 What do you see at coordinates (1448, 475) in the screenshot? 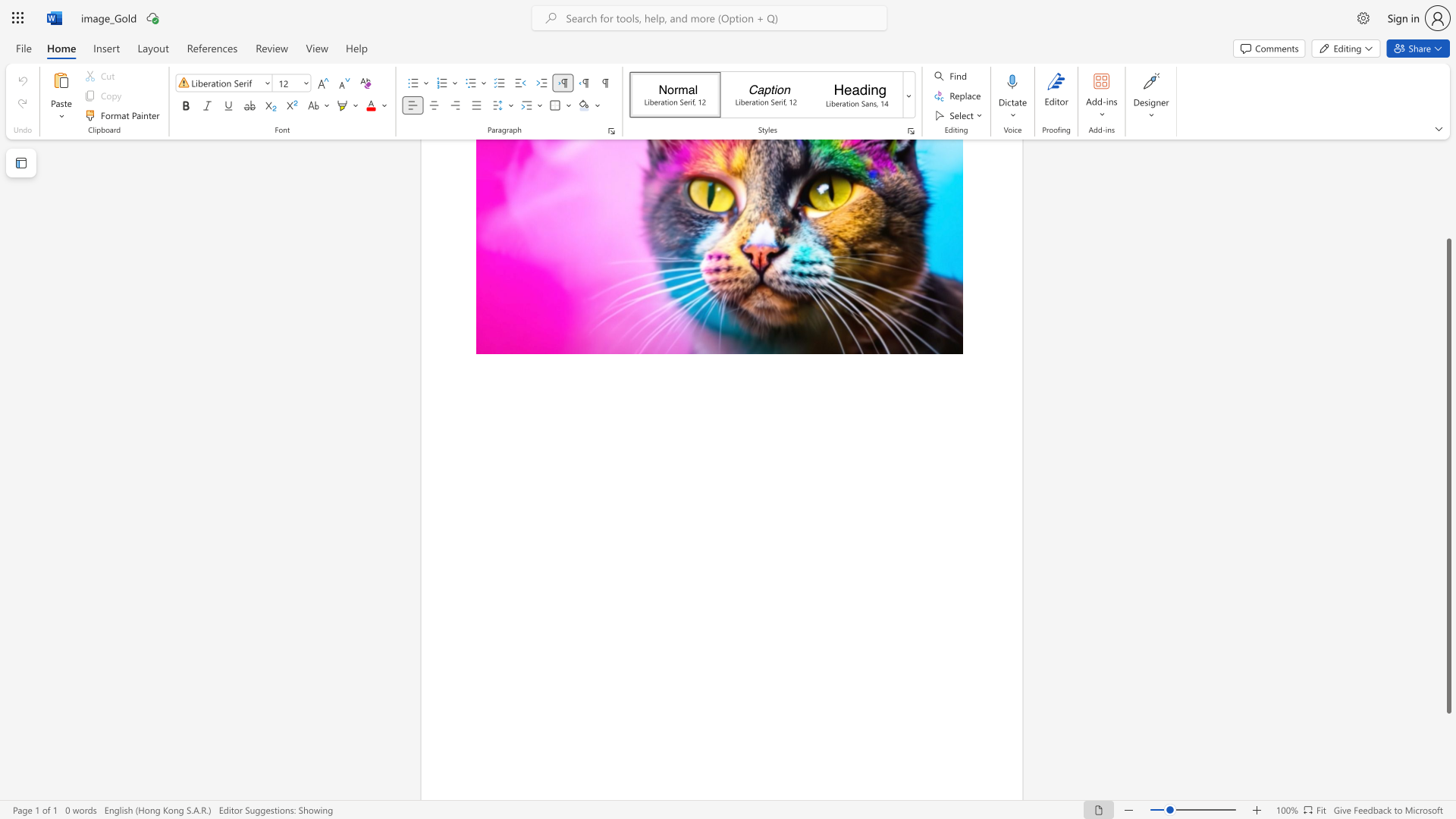
I see `the scrollbar and move up 60 pixels` at bounding box center [1448, 475].